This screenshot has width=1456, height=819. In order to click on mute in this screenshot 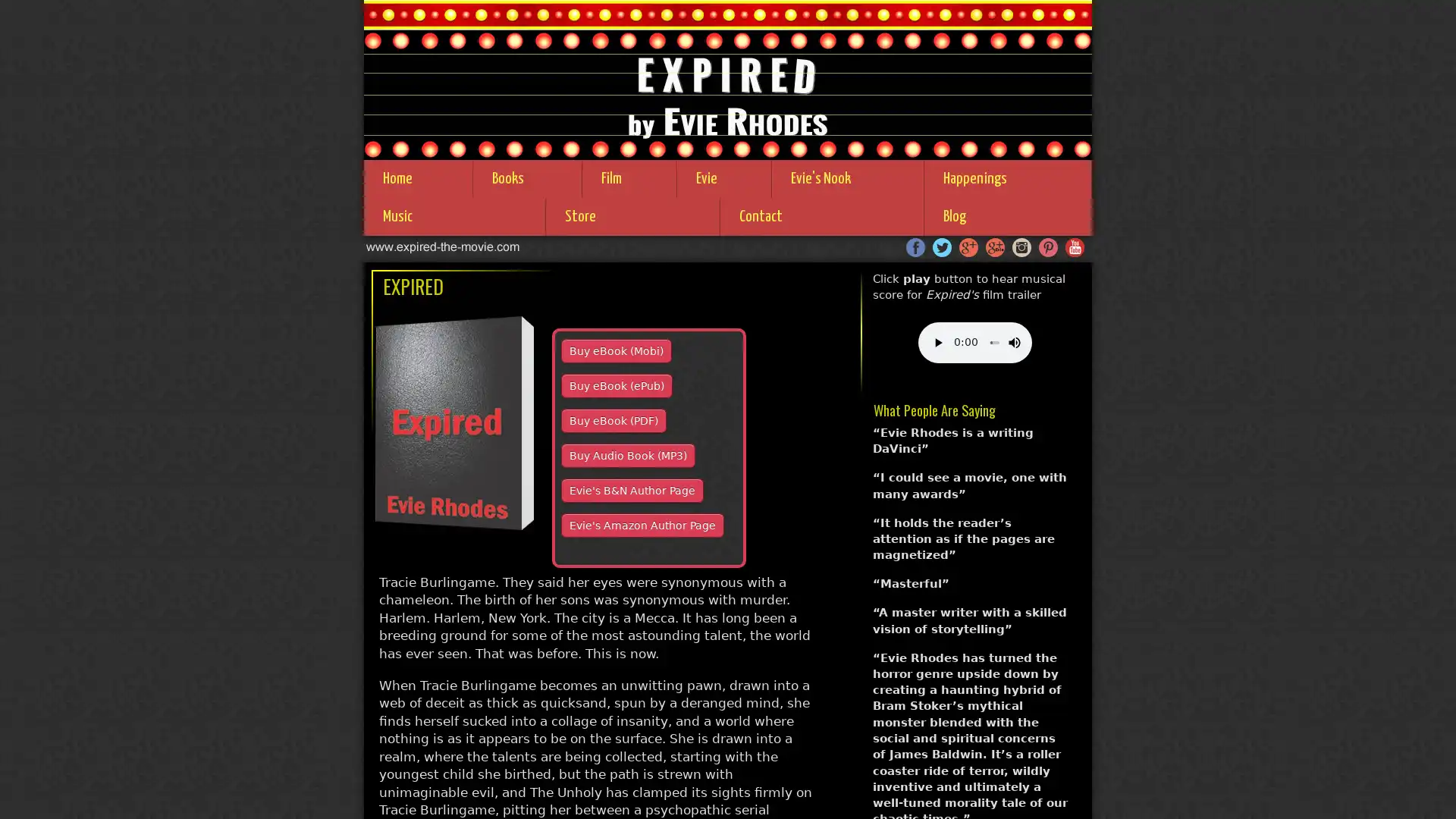, I will do `click(987, 342)`.